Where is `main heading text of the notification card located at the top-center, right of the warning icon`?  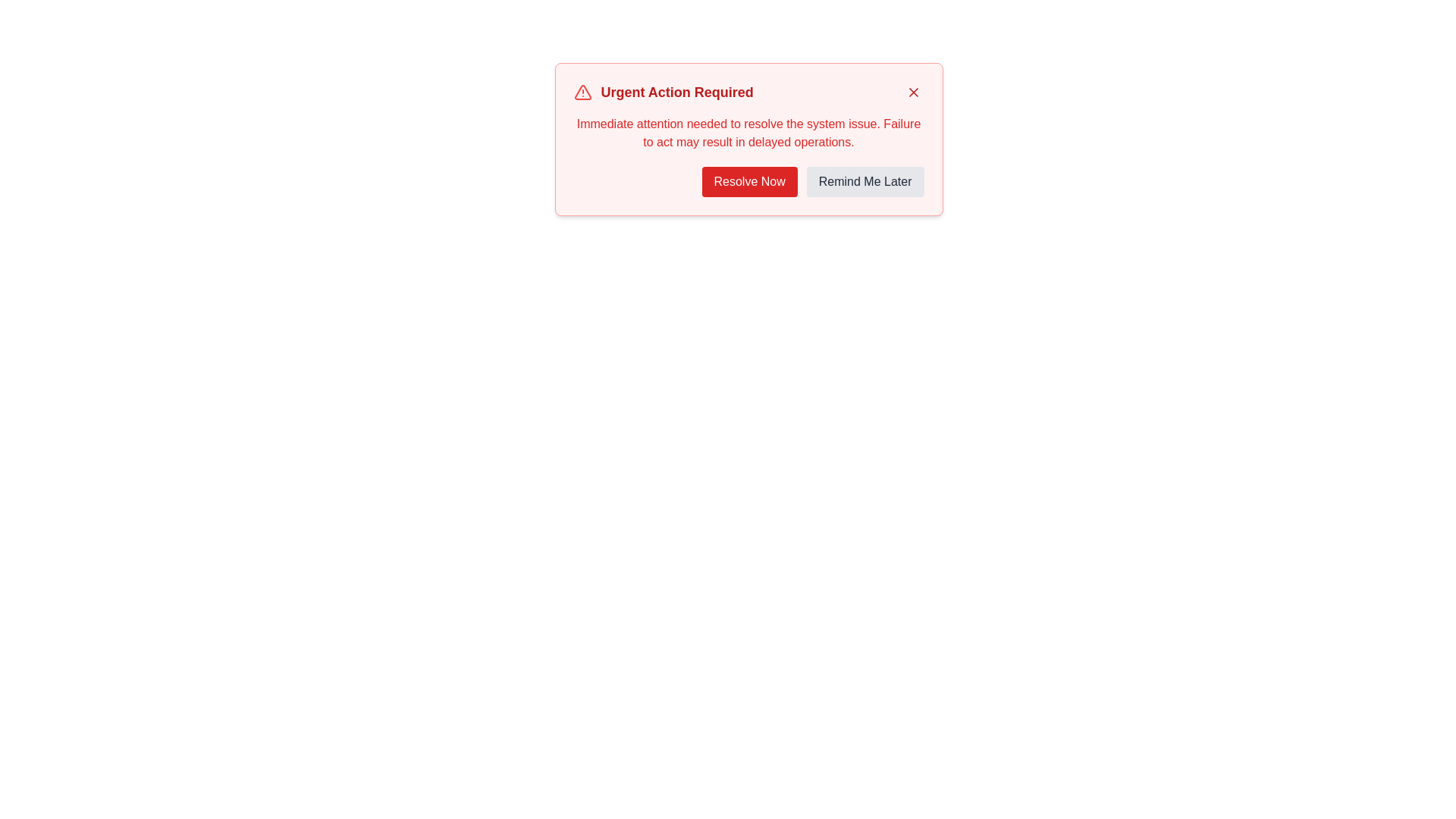
main heading text of the notification card located at the top-center, right of the warning icon is located at coordinates (664, 93).